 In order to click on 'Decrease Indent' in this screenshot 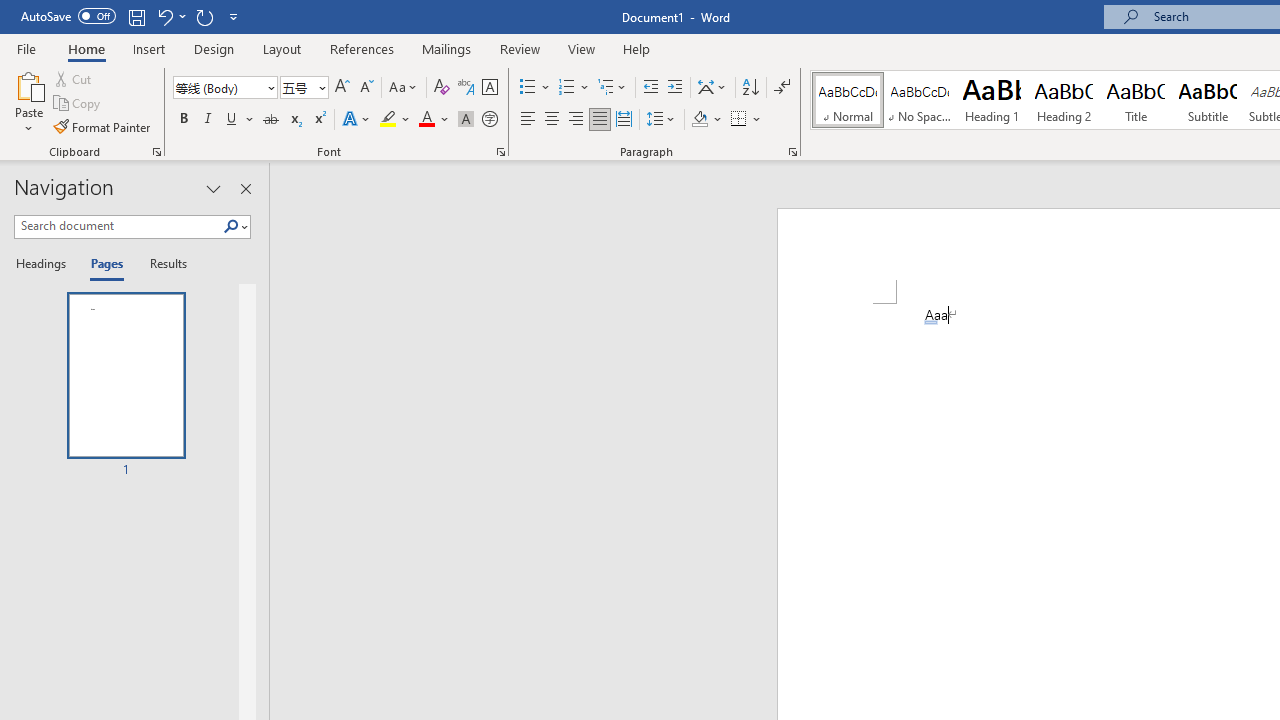, I will do `click(650, 86)`.